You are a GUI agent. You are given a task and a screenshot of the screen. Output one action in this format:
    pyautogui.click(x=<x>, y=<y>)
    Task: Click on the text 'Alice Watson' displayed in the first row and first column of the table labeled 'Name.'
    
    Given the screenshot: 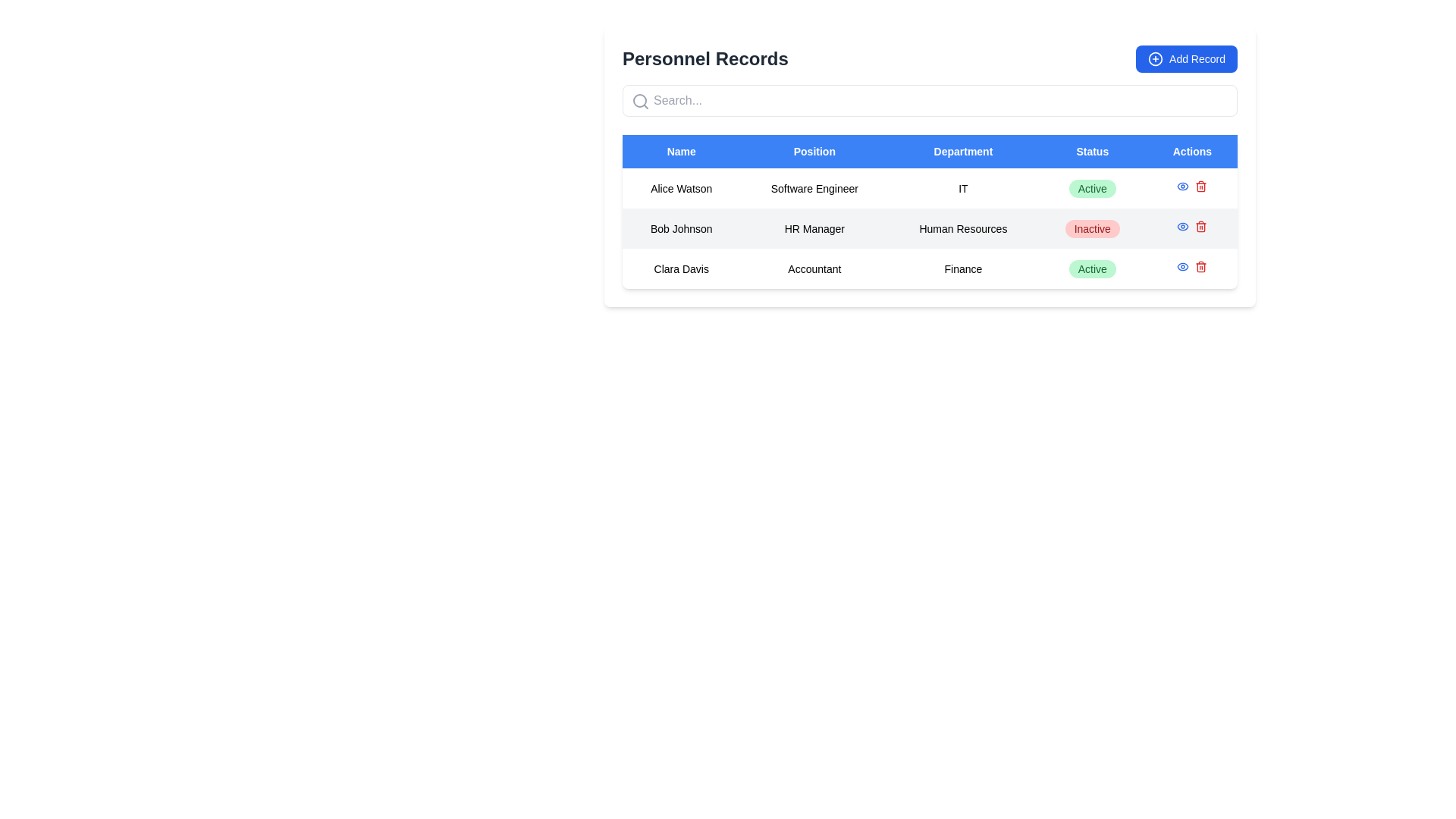 What is the action you would take?
    pyautogui.click(x=680, y=187)
    